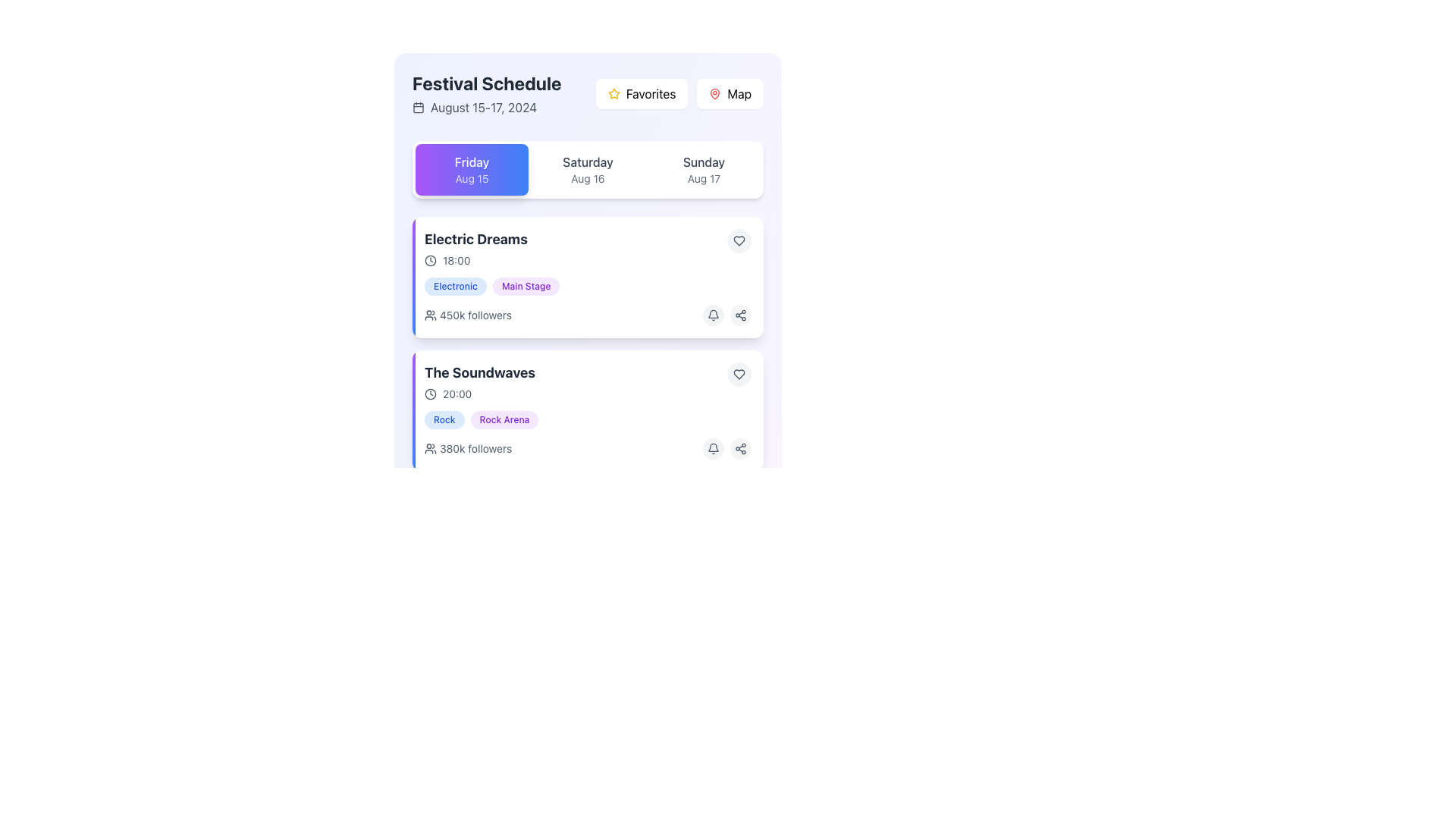 The image size is (1456, 819). What do you see at coordinates (587, 287) in the screenshot?
I see `the Tag section containing multiple labeled badges for the 'Electronic' genre and 'Main Stage' venue, located below 'Electric Dreams' and '18:00', and above '450k followers'` at bounding box center [587, 287].